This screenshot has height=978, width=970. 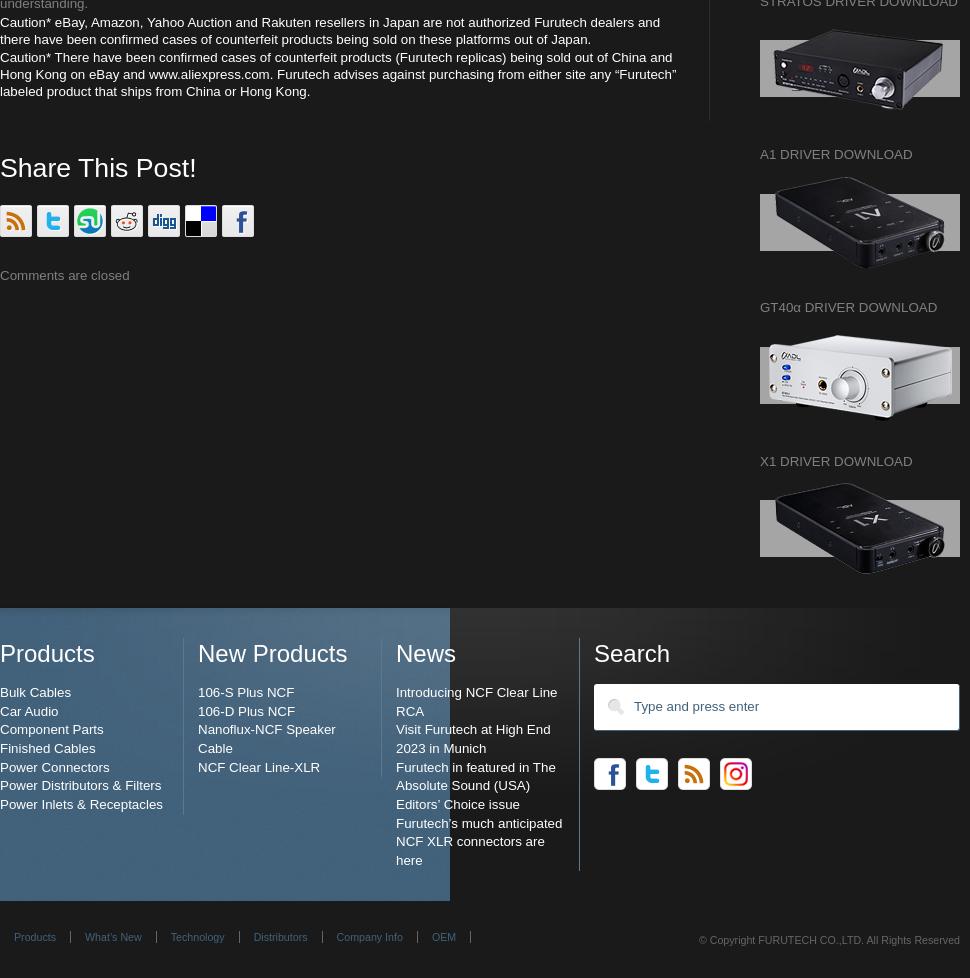 What do you see at coordinates (79, 784) in the screenshot?
I see `'Power Distributors & Filters'` at bounding box center [79, 784].